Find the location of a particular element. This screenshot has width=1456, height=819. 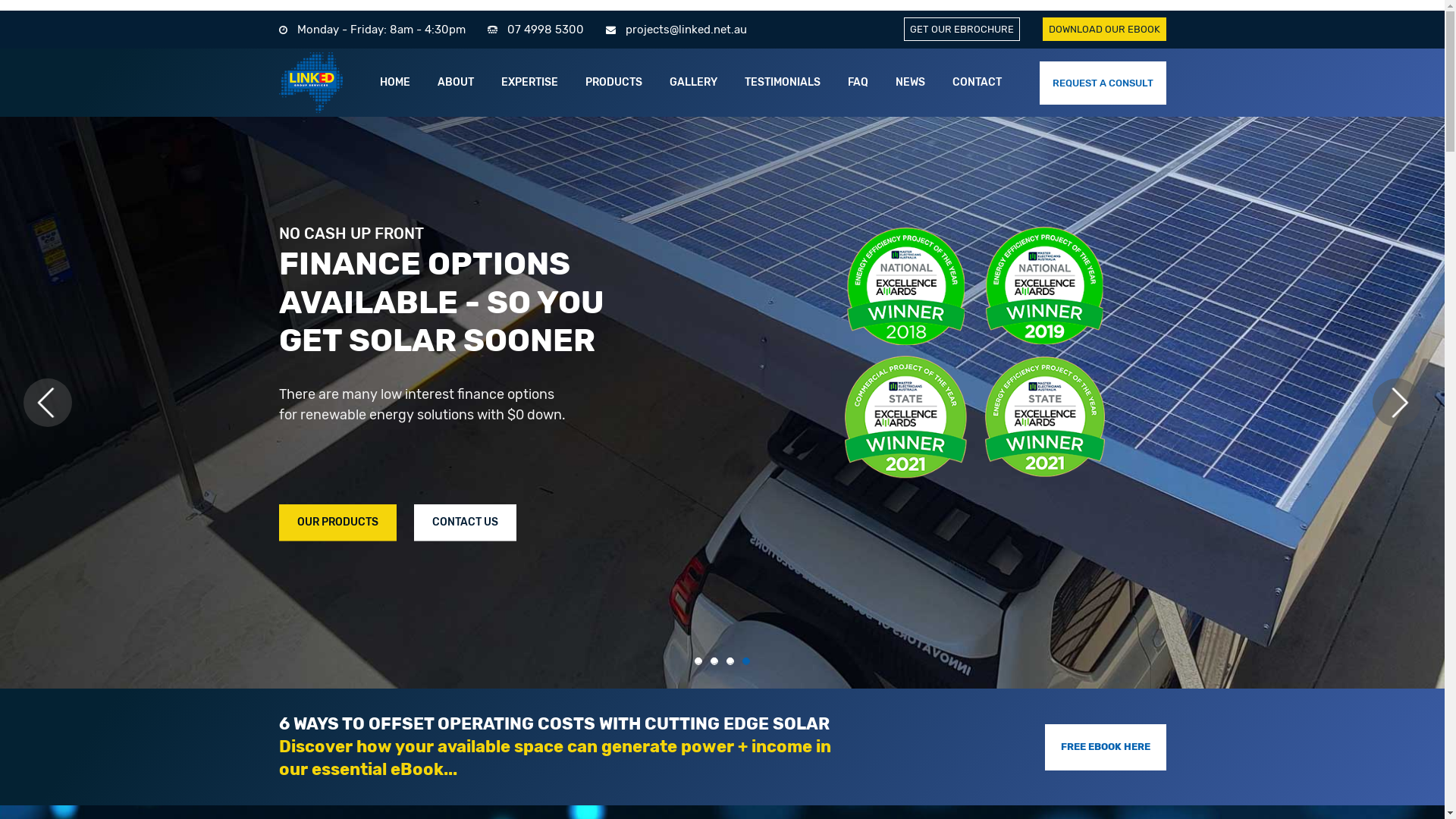

'3' is located at coordinates (726, 660).